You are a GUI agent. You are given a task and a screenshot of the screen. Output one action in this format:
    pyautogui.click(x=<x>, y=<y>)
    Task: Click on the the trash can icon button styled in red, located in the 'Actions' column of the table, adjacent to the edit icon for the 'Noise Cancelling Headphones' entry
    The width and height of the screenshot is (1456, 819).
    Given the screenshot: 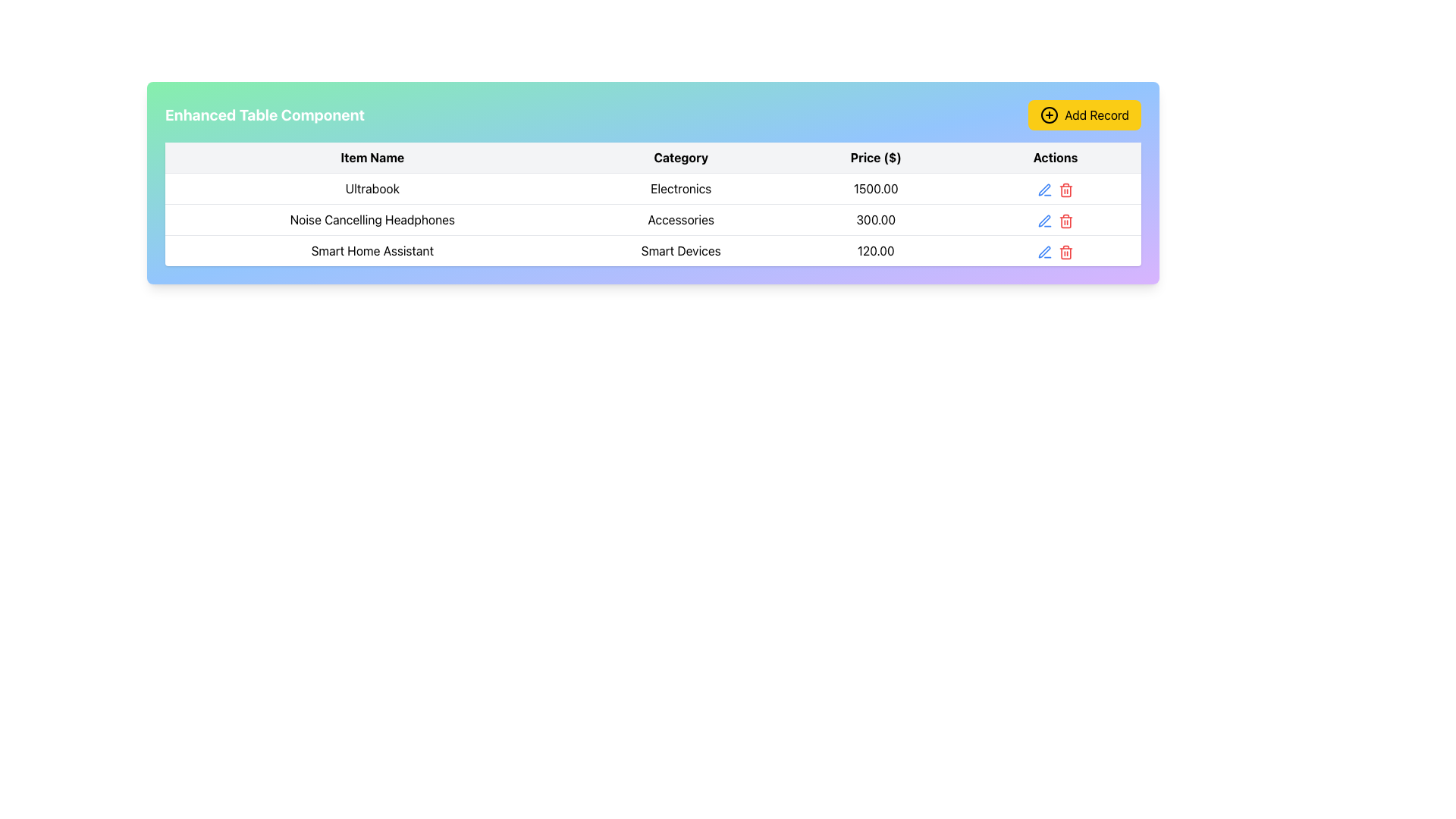 What is the action you would take?
    pyautogui.click(x=1065, y=221)
    